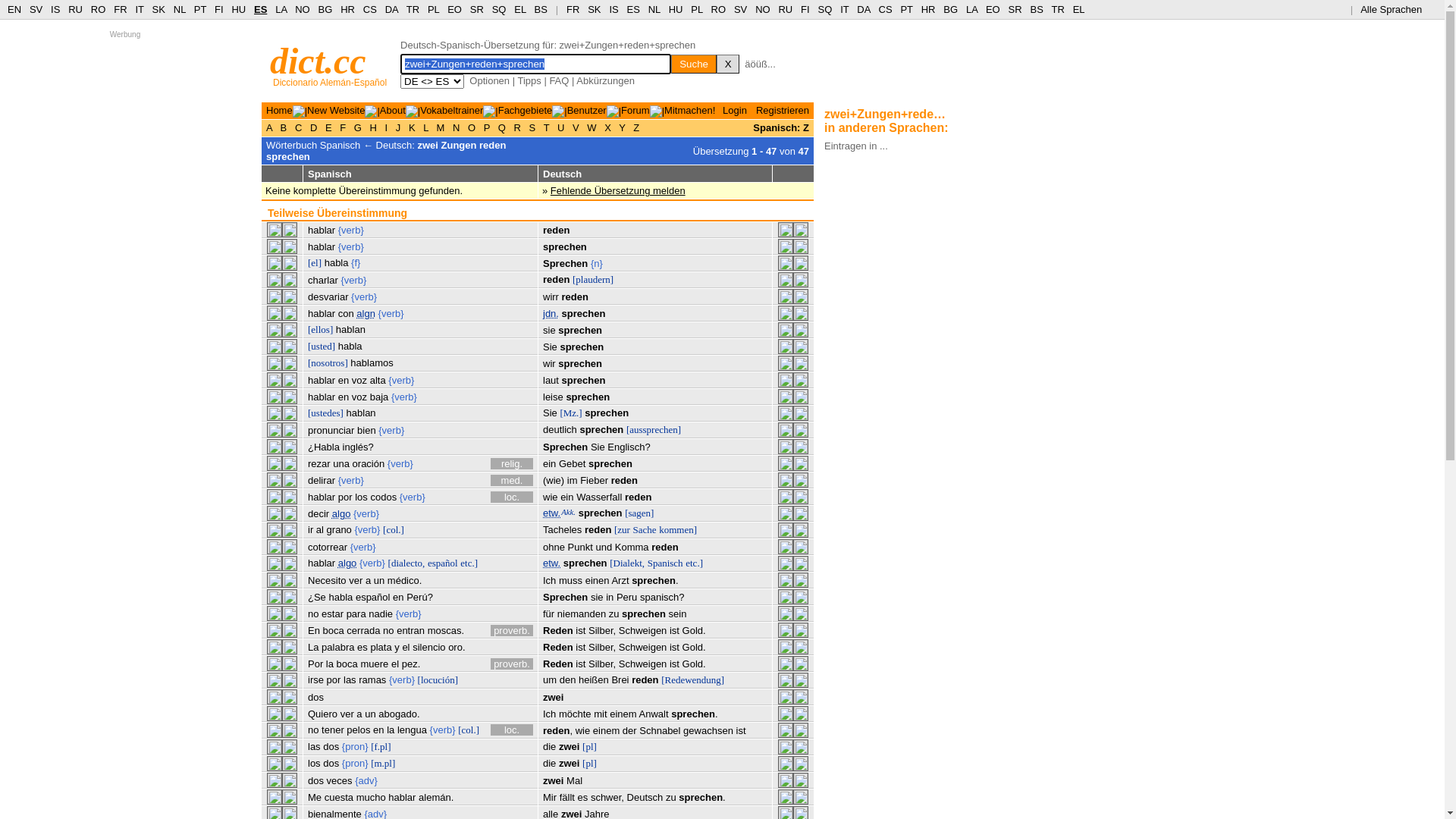 Image resolution: width=1456 pixels, height=819 pixels. I want to click on 'ist', so click(673, 647).